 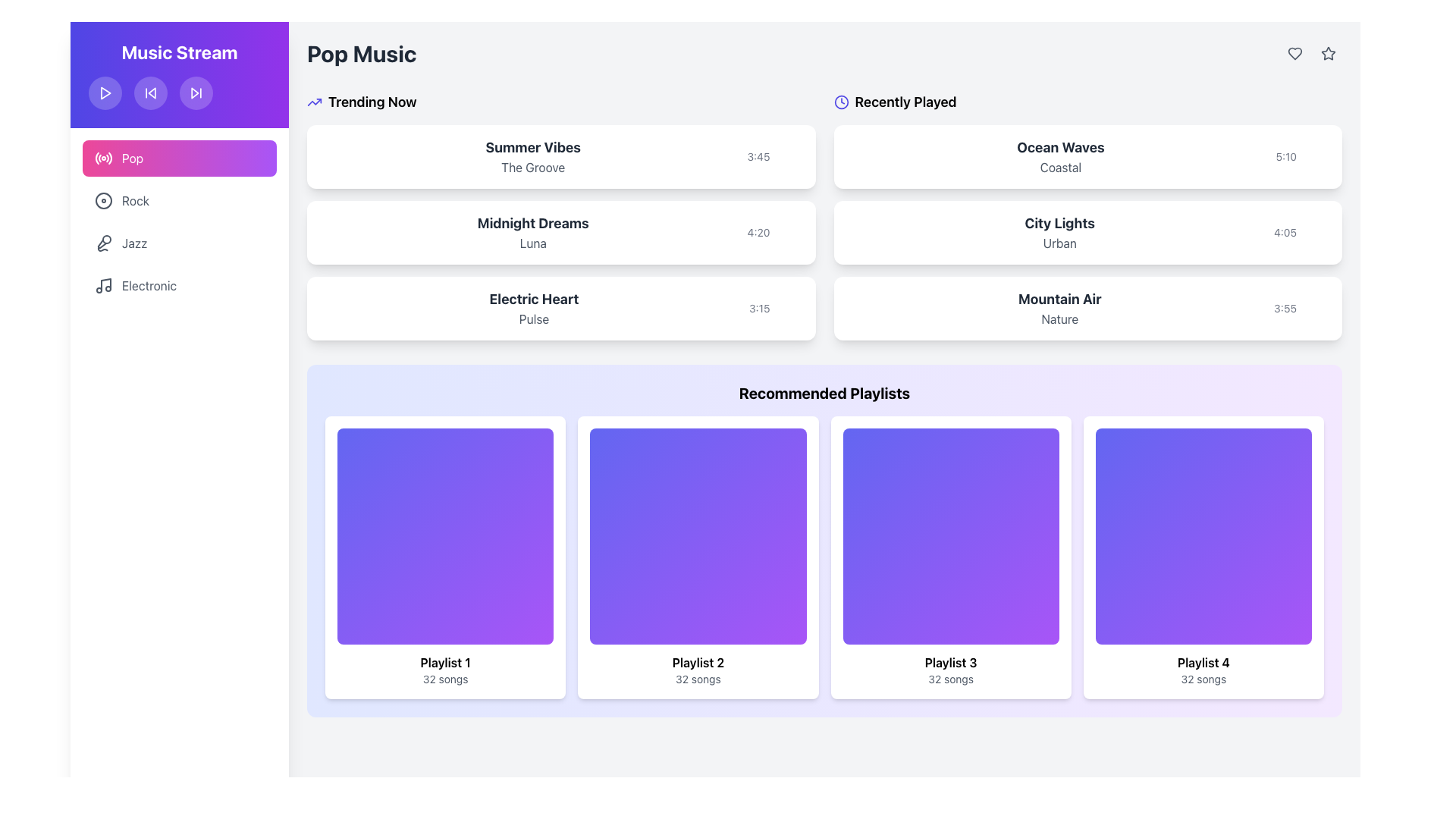 What do you see at coordinates (135, 200) in the screenshot?
I see `the 'Rock' text label in the vertical navigation menu` at bounding box center [135, 200].